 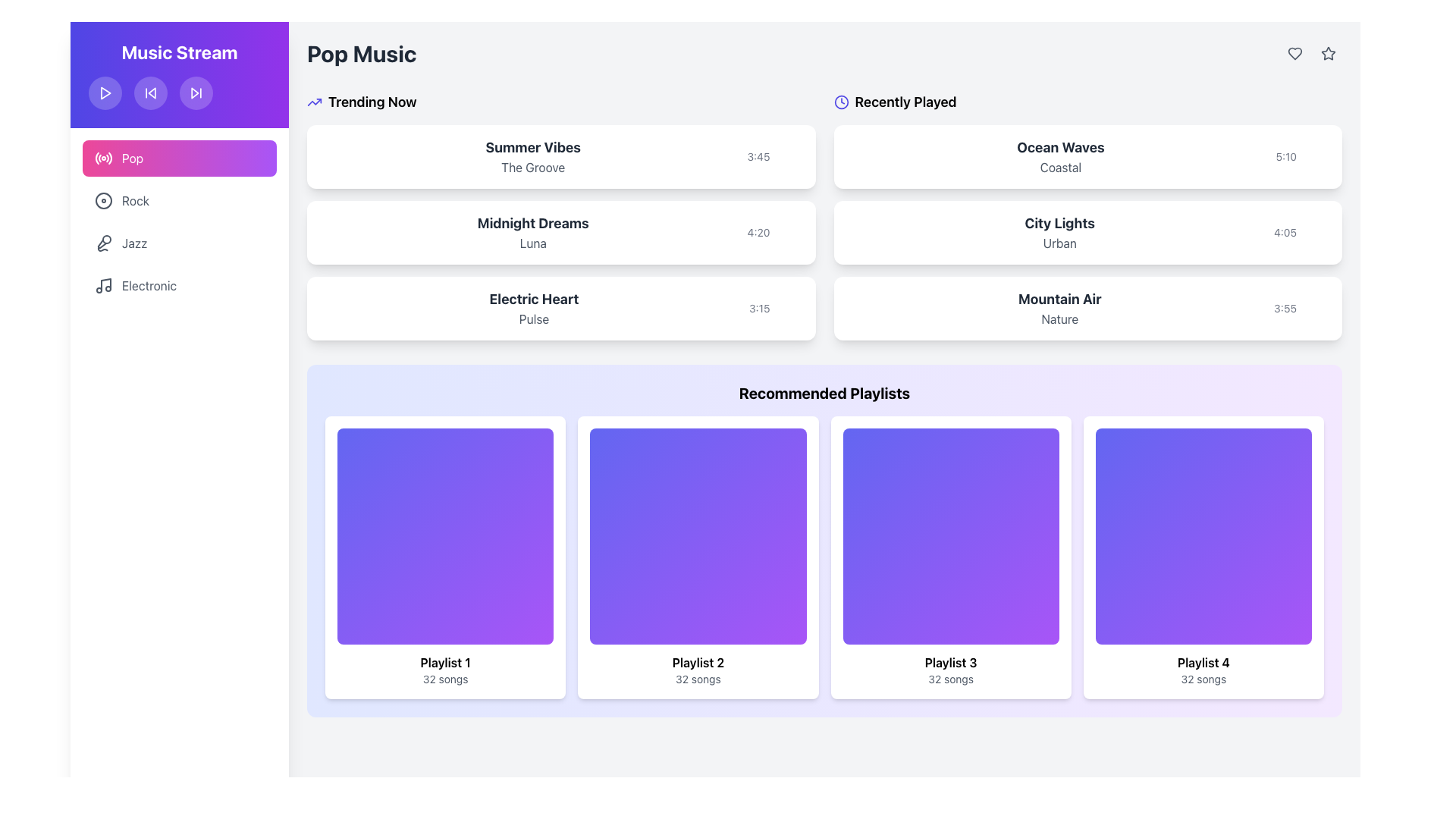 What do you see at coordinates (135, 200) in the screenshot?
I see `the 'Rock' text label in the vertical navigation menu` at bounding box center [135, 200].